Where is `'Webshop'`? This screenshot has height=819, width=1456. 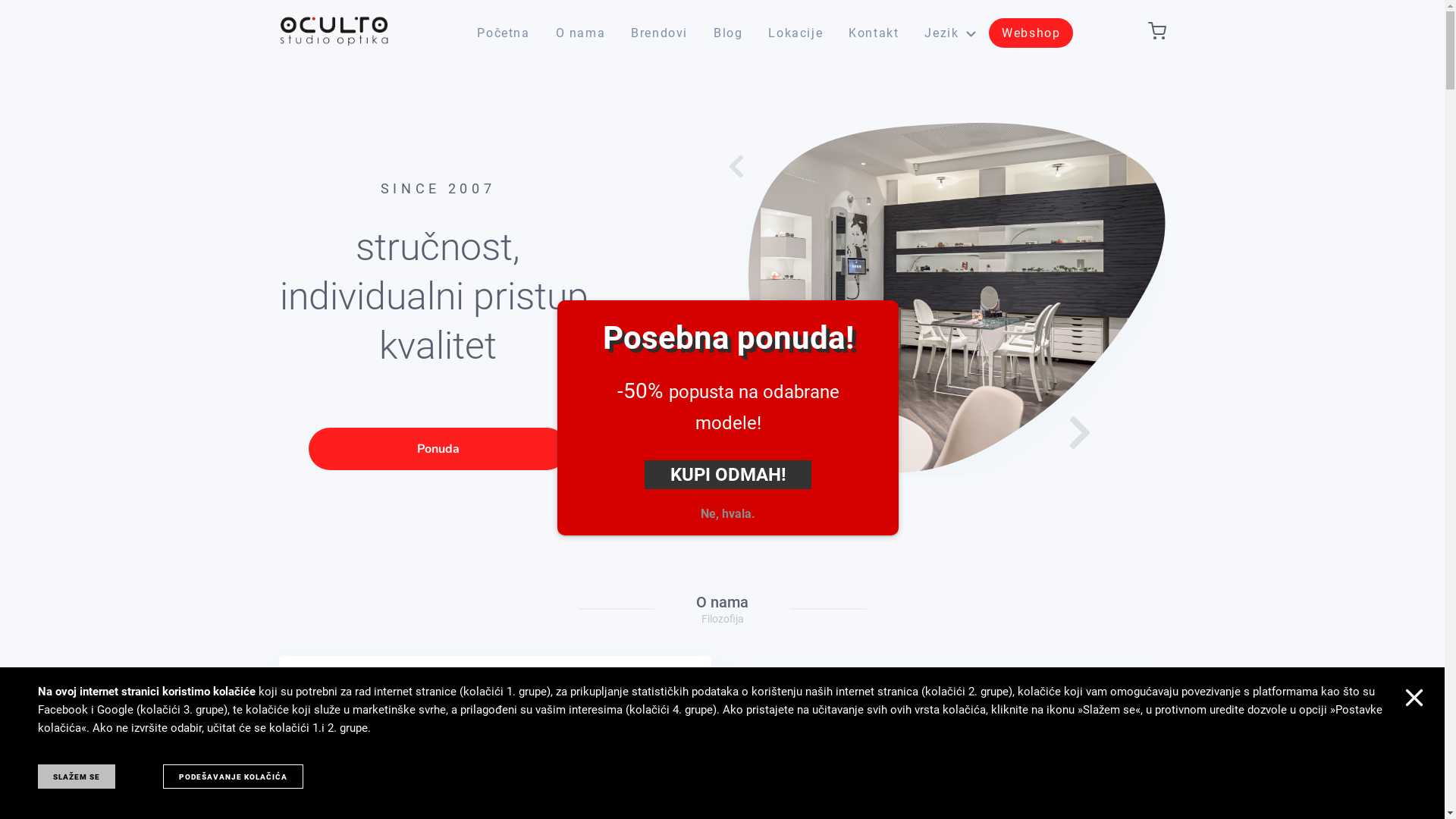
'Webshop' is located at coordinates (1031, 33).